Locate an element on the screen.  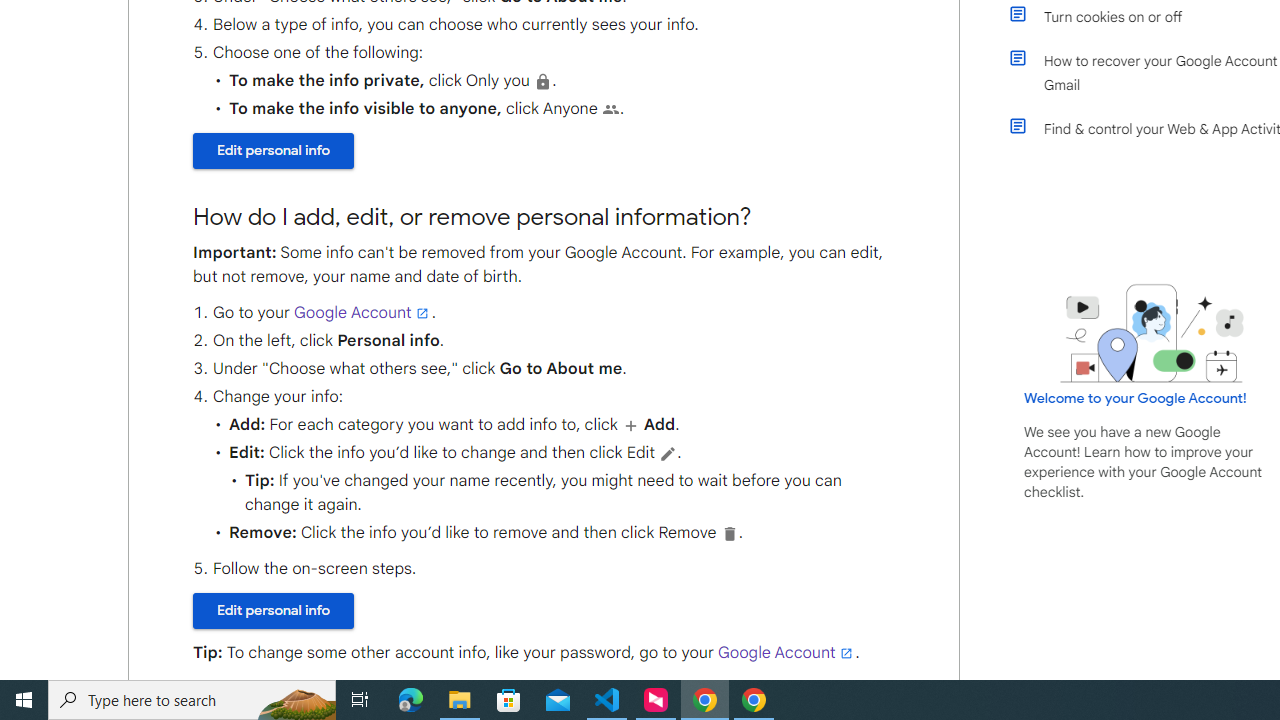
'Delete' is located at coordinates (727, 532).